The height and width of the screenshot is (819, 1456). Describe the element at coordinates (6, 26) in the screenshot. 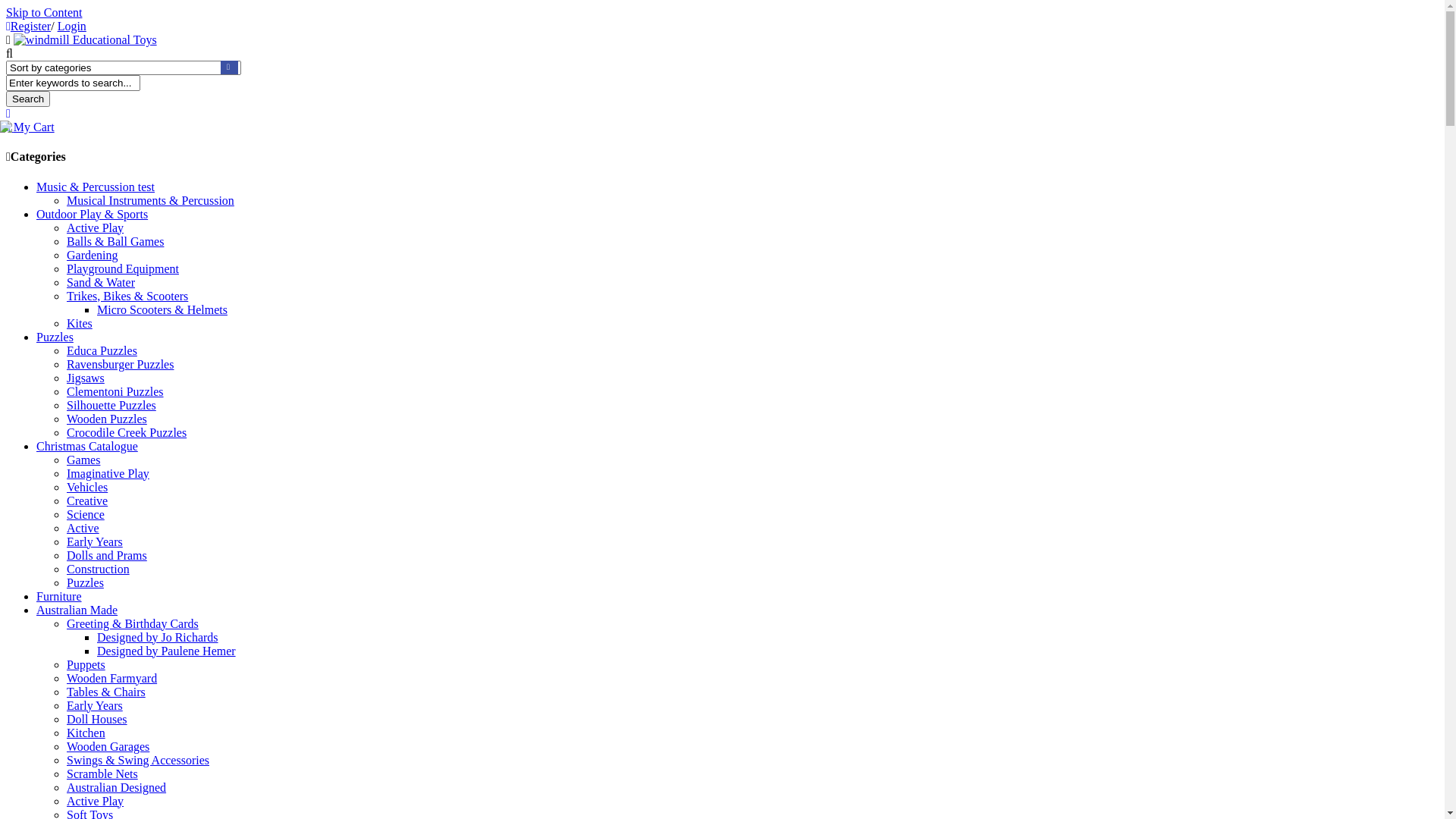

I see `'Register'` at that location.